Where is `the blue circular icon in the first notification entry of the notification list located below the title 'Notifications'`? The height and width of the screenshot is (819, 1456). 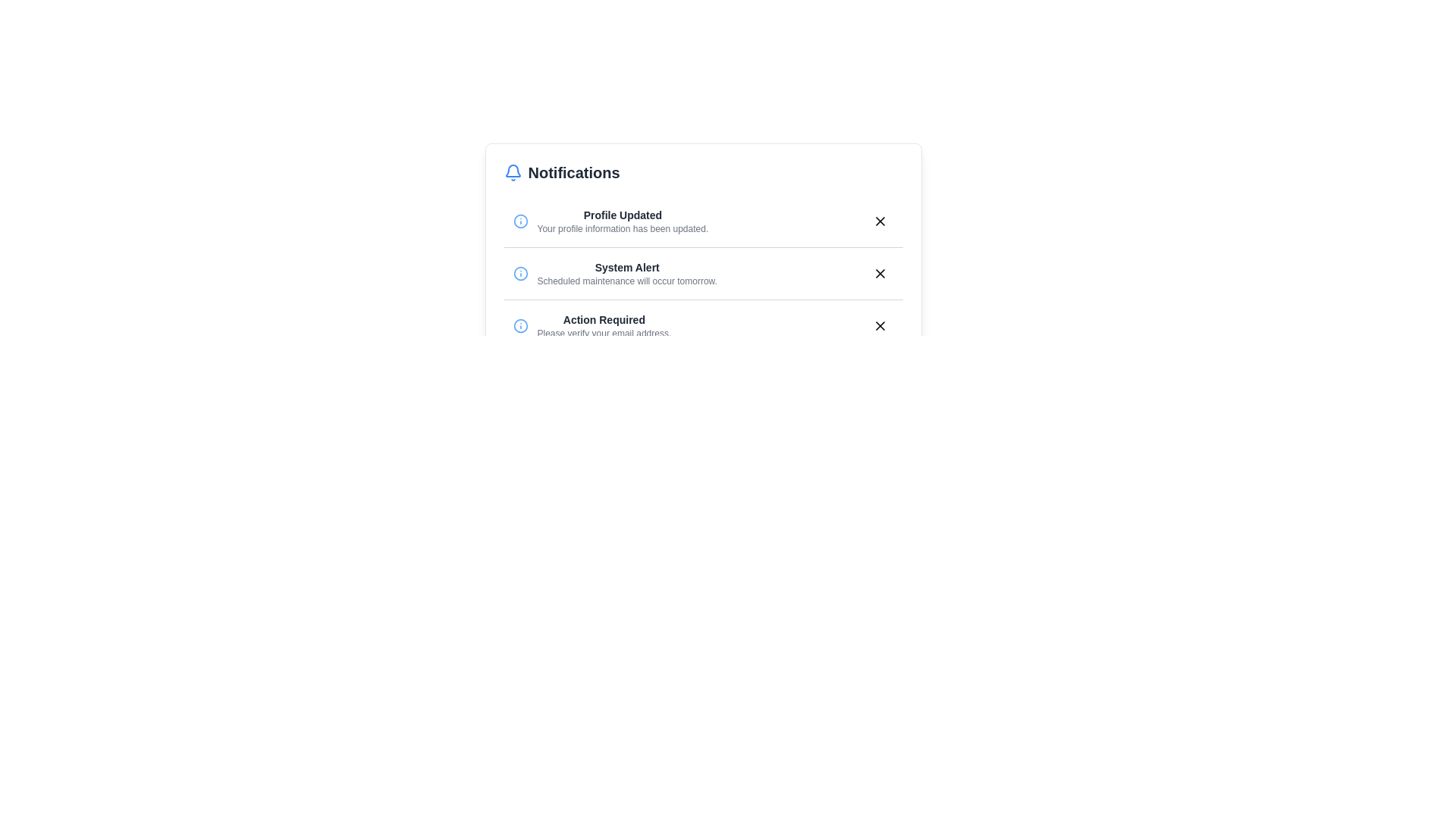 the blue circular icon in the first notification entry of the notification list located below the title 'Notifications' is located at coordinates (520, 221).